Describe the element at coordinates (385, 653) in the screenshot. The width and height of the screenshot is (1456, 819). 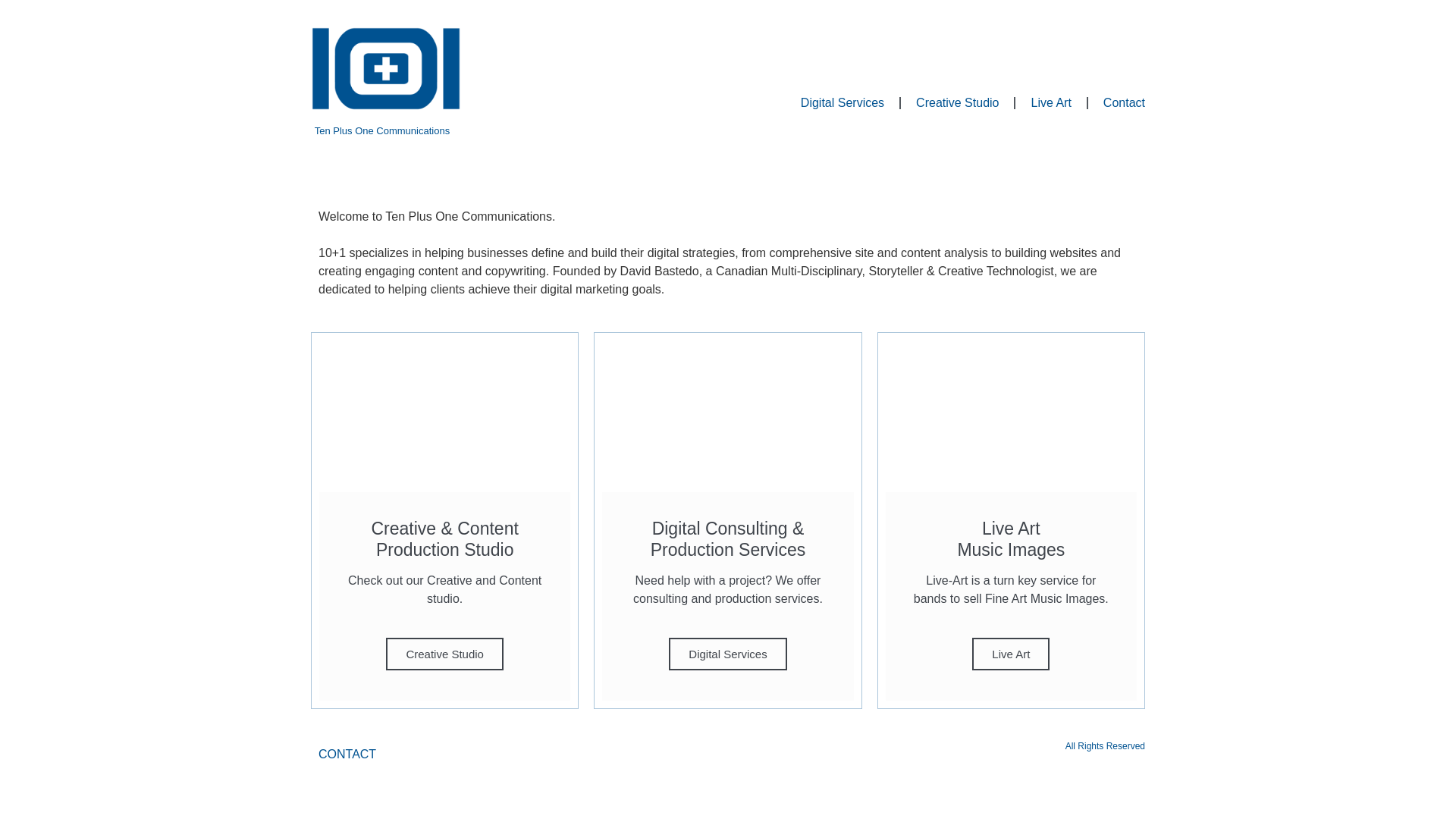
I see `'Creative Studio'` at that location.